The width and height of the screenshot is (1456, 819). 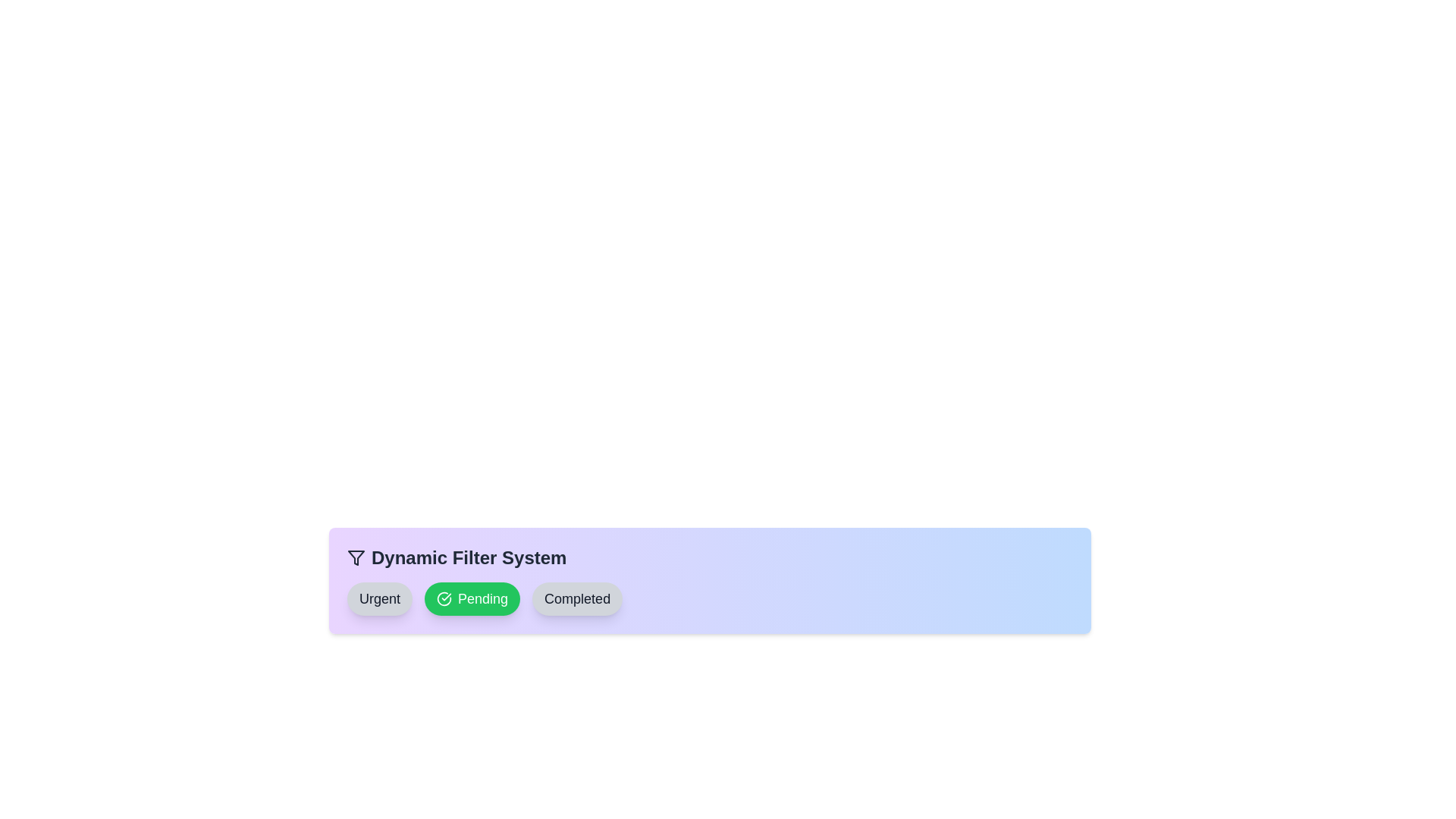 I want to click on the filter chip labeled Pending, so click(x=472, y=598).